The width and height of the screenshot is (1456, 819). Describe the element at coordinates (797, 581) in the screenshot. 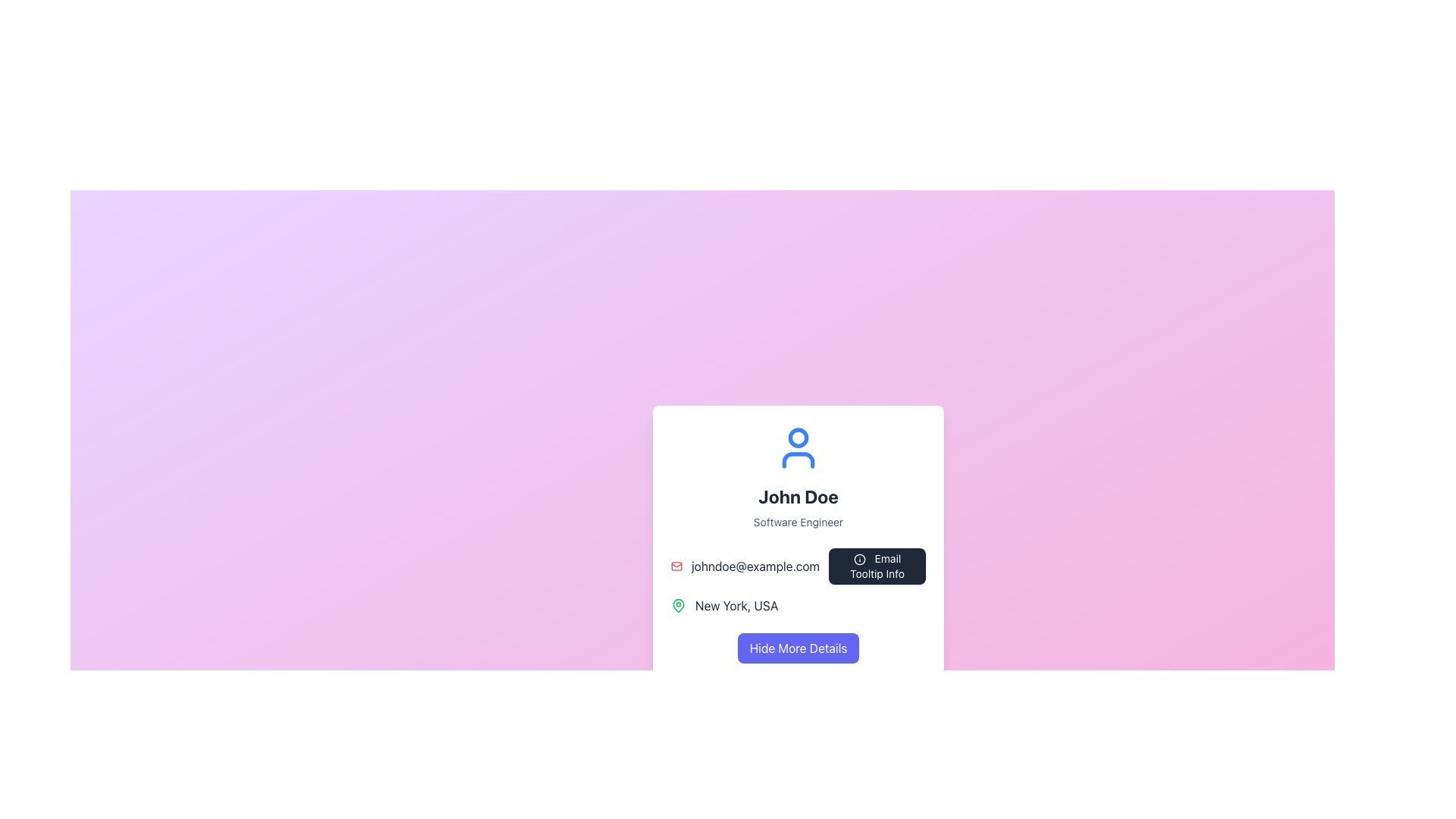

I see `the email address 'johndoe@example.com' in the Information Display Section to initiate an email client` at that location.